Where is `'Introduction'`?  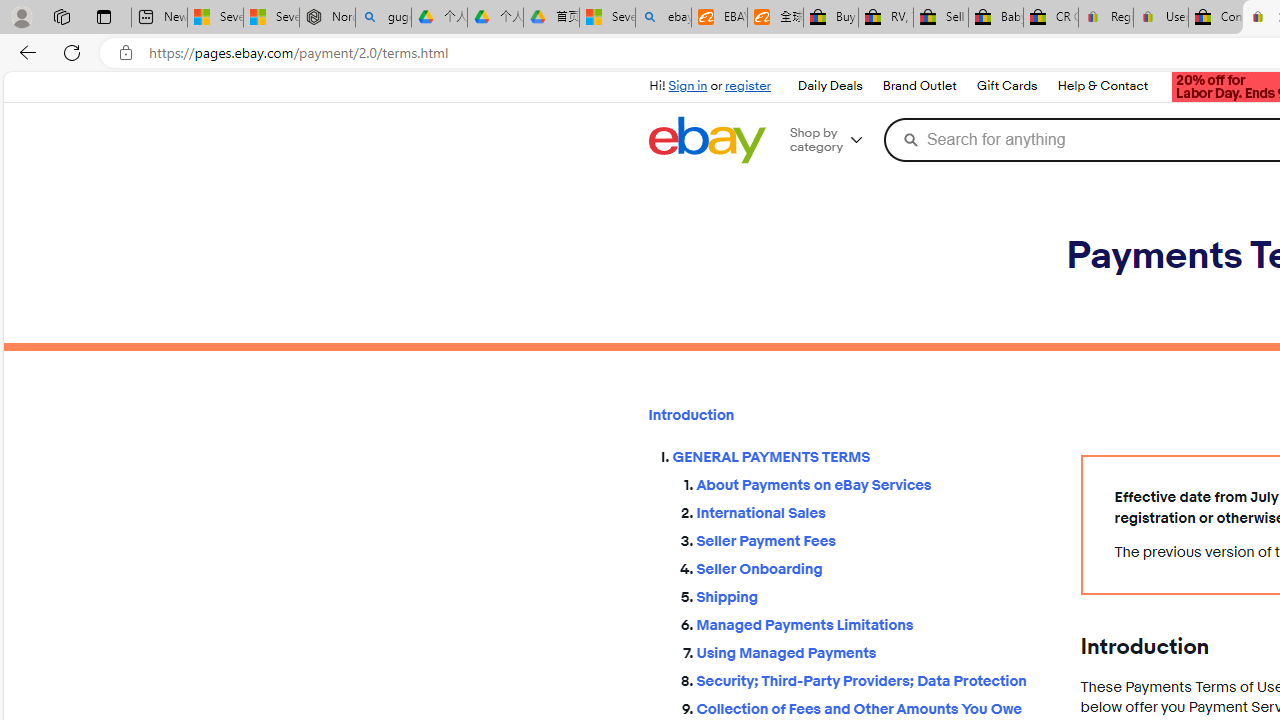
'Introduction' is located at coordinates (848, 414).